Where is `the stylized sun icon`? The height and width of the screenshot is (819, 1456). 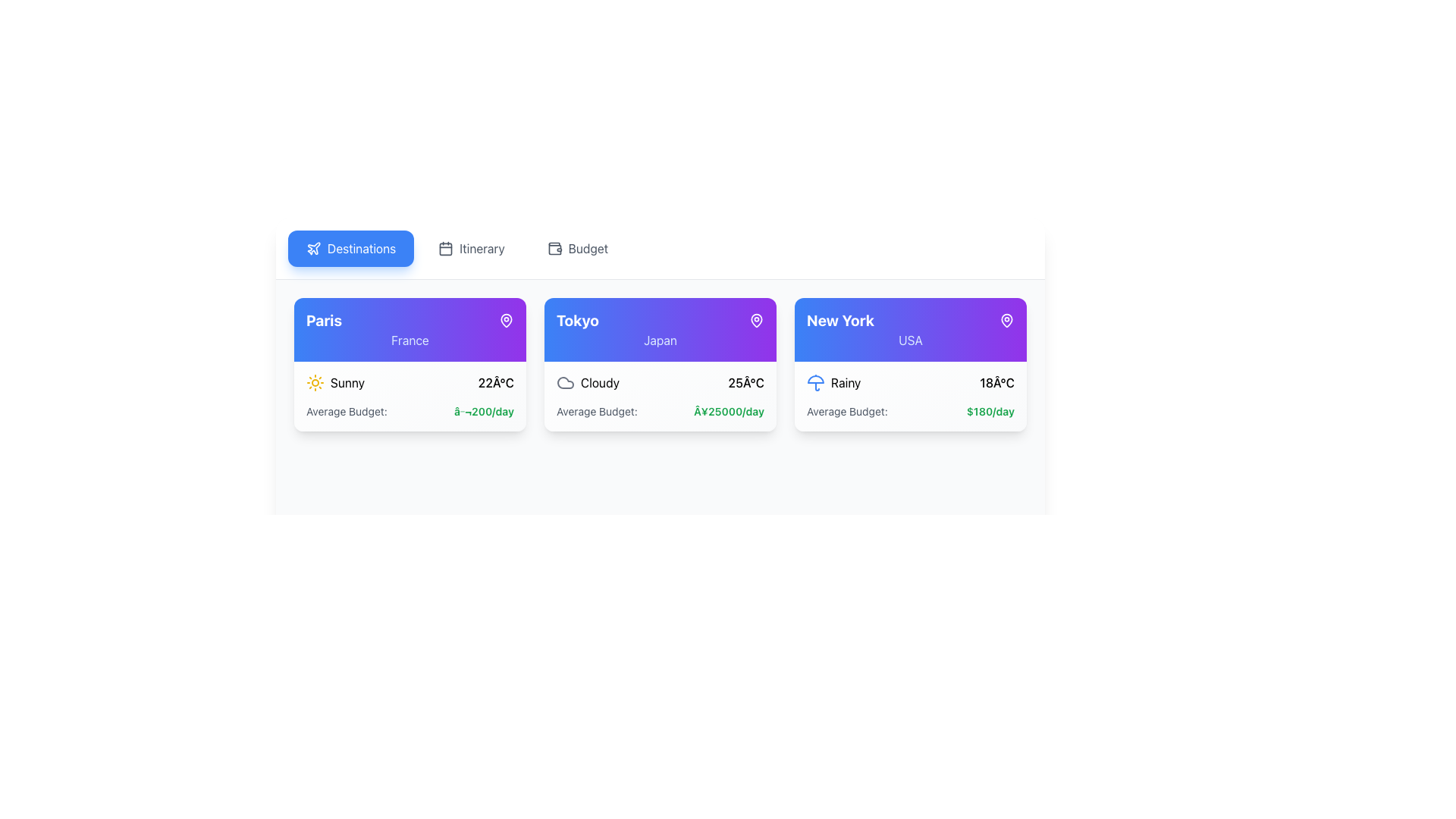 the stylized sun icon is located at coordinates (315, 382).